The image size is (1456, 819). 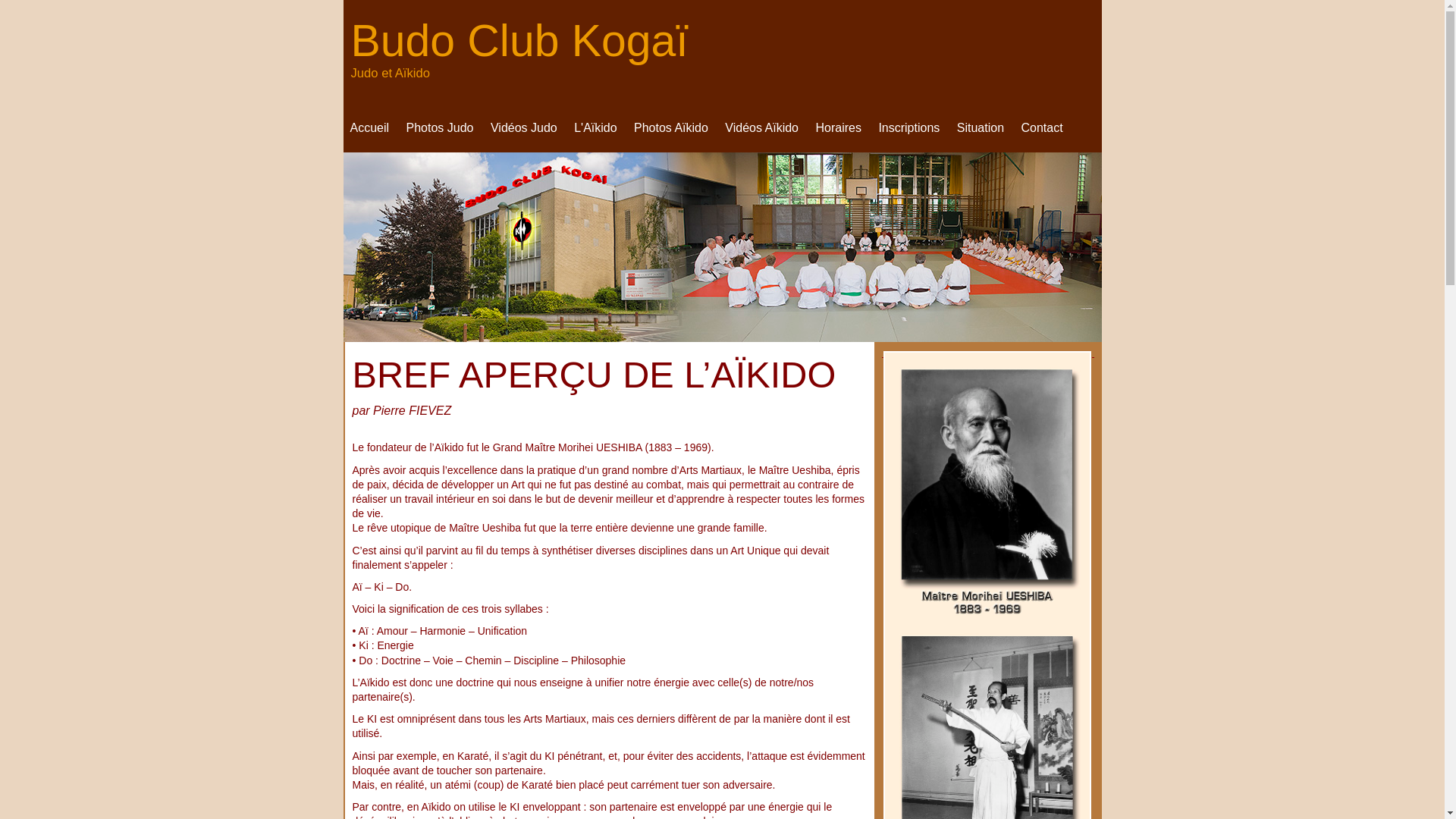 What do you see at coordinates (908, 124) in the screenshot?
I see `'Inscriptions'` at bounding box center [908, 124].